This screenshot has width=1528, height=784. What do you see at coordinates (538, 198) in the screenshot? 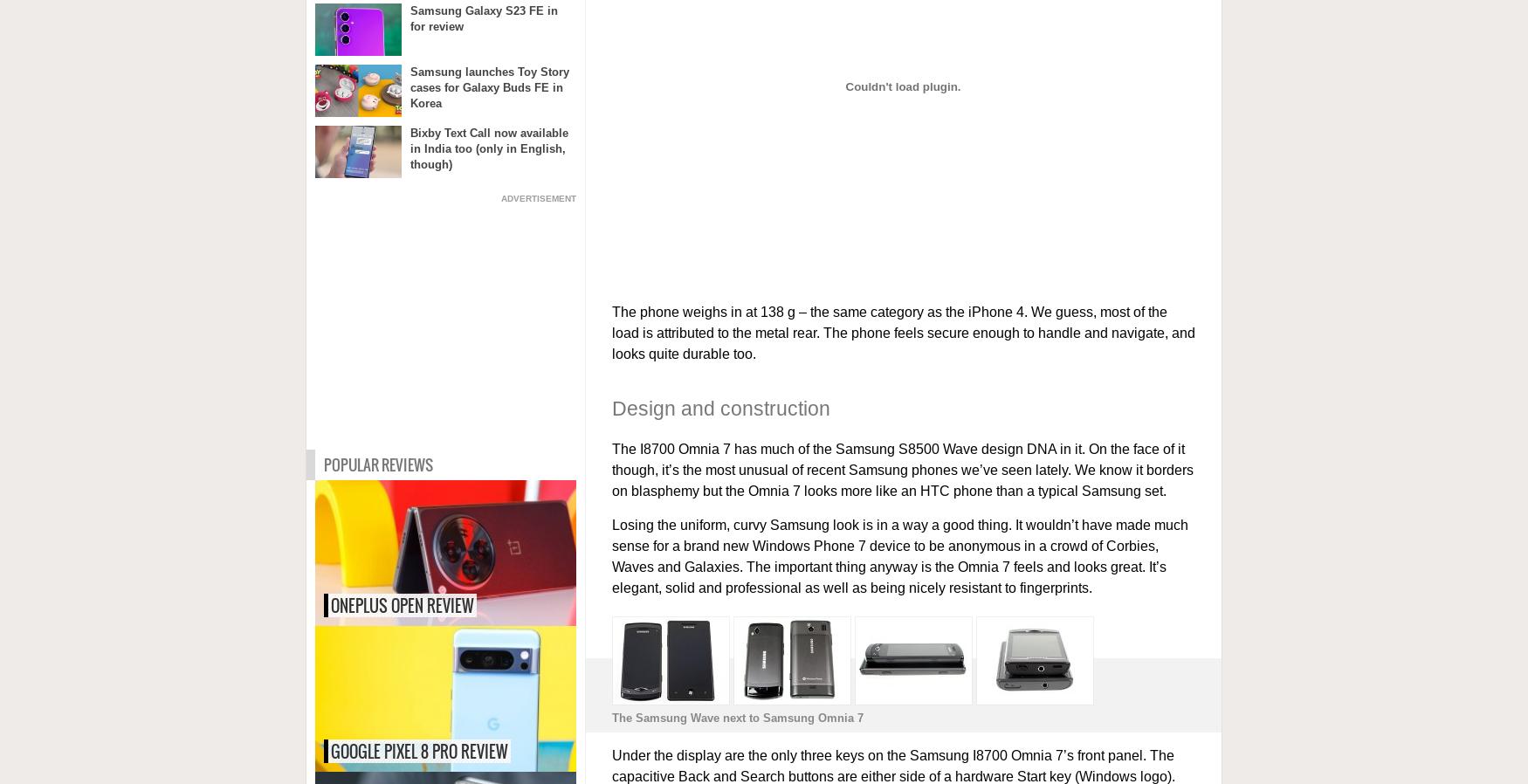
I see `'ADVERTISEMENT'` at bounding box center [538, 198].